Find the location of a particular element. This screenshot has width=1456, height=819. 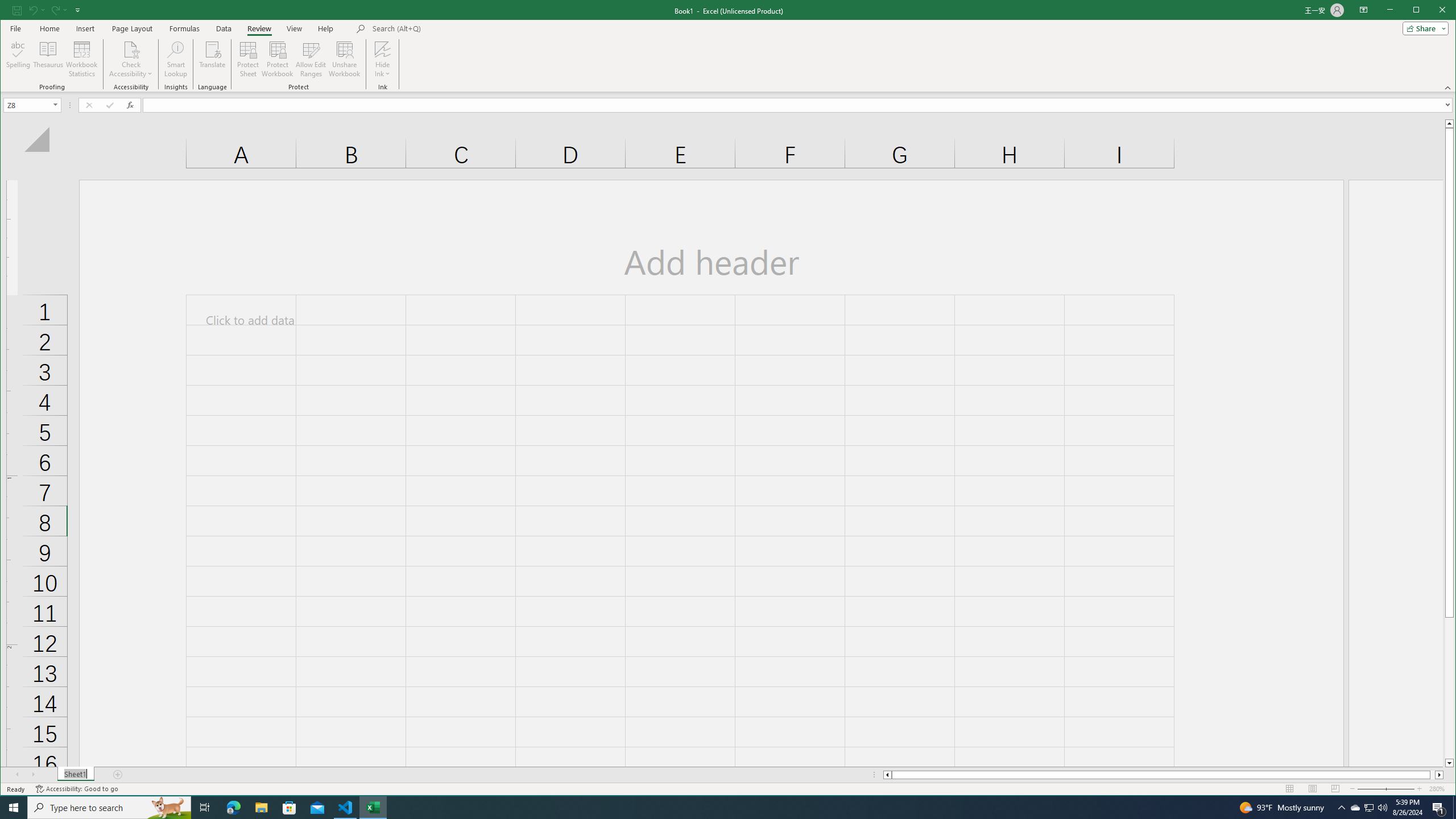

'Home' is located at coordinates (49, 28).